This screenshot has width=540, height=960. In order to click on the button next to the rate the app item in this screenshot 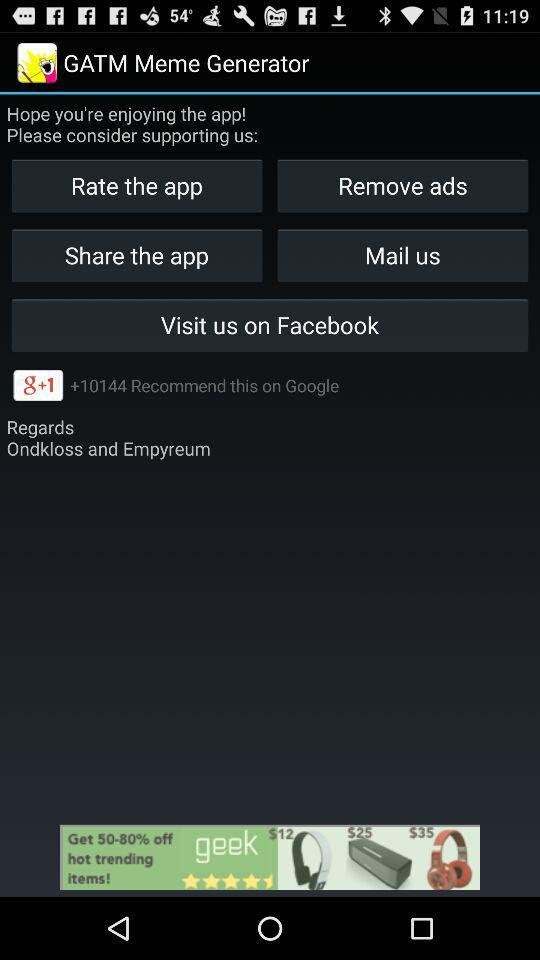, I will do `click(402, 185)`.